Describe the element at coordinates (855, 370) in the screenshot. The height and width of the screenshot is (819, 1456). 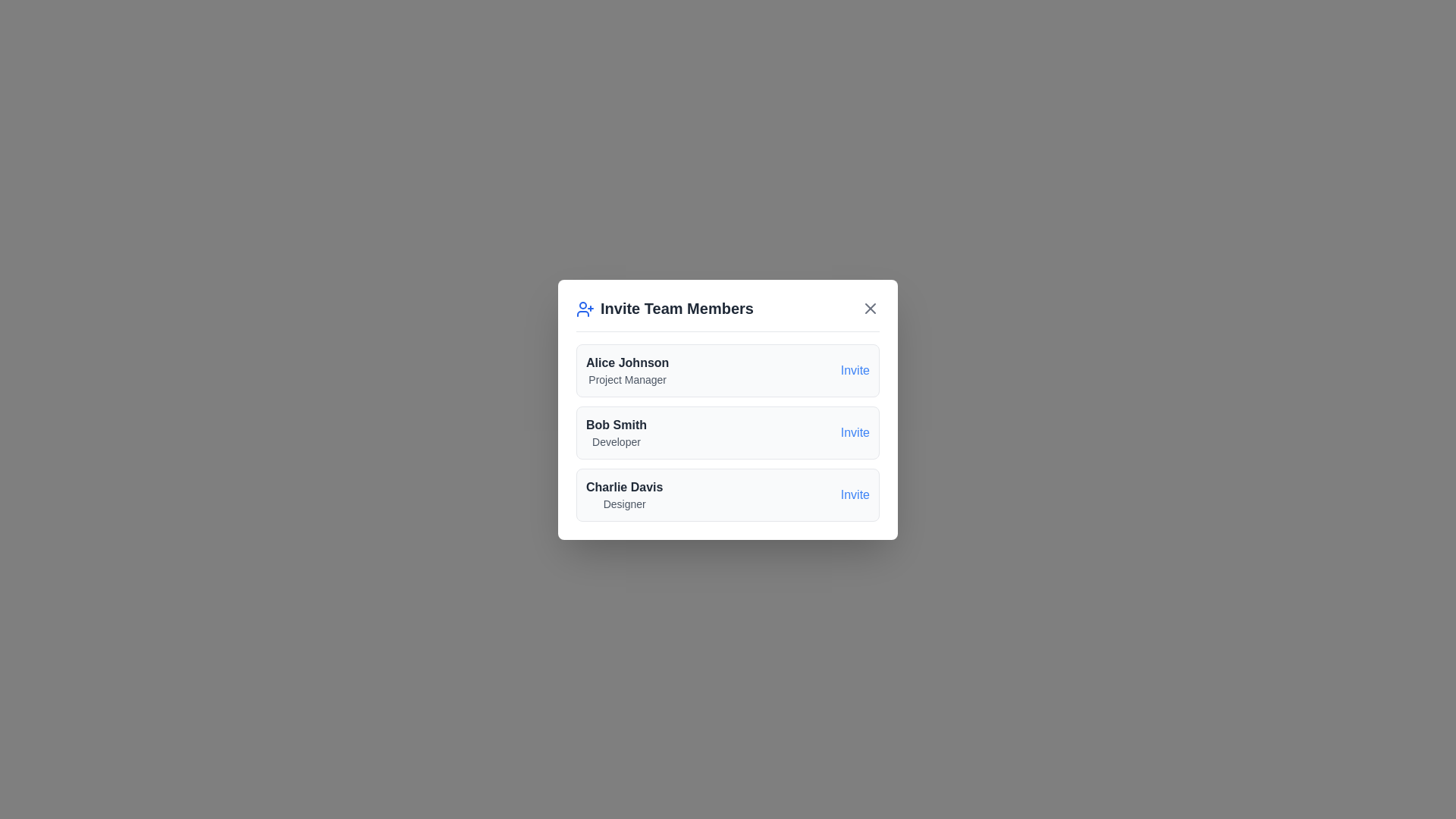
I see `the invite button for Alice Johnson` at that location.